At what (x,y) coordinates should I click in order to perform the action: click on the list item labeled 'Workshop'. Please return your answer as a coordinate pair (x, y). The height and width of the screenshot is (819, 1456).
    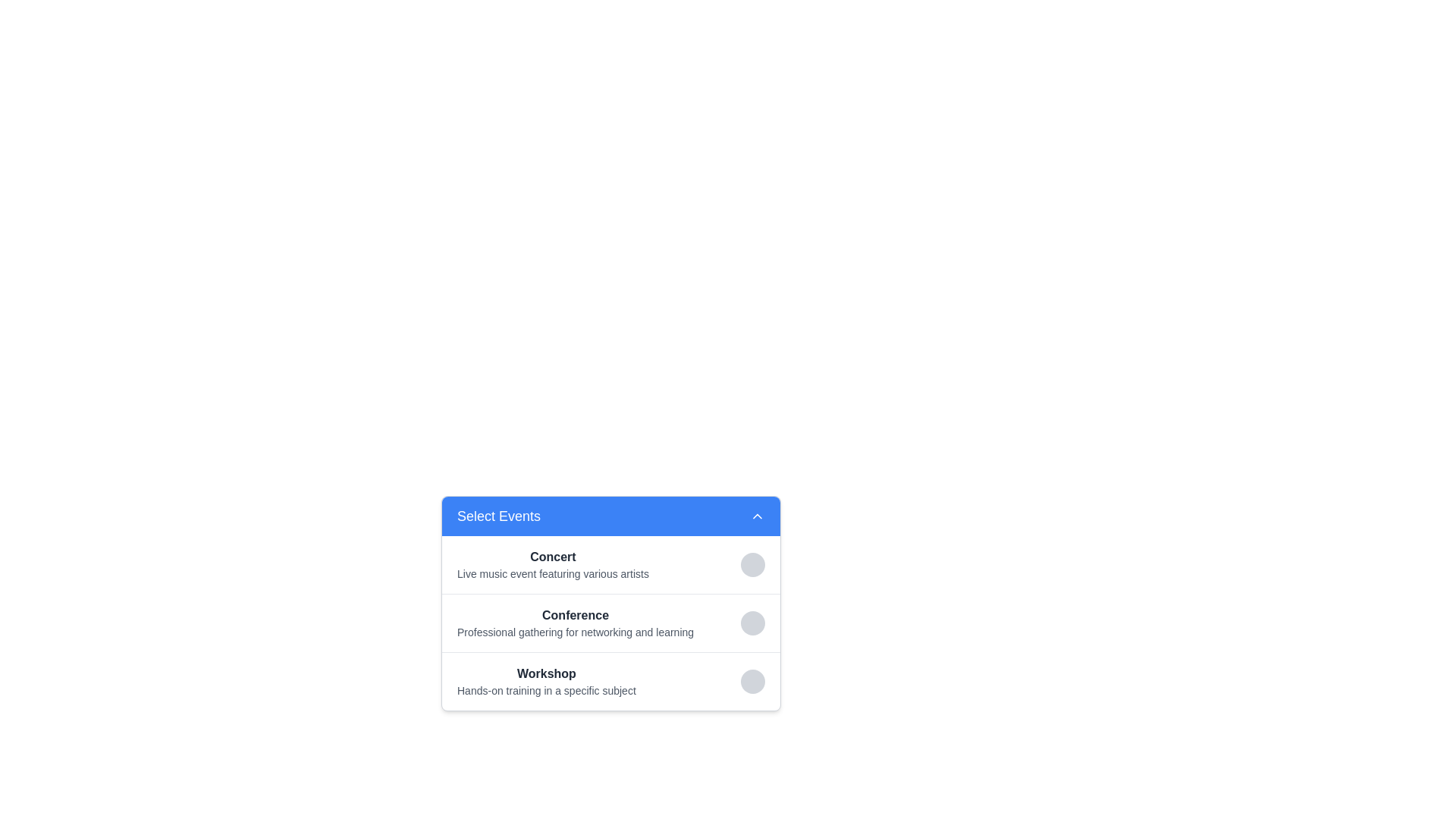
    Looking at the image, I should click on (611, 680).